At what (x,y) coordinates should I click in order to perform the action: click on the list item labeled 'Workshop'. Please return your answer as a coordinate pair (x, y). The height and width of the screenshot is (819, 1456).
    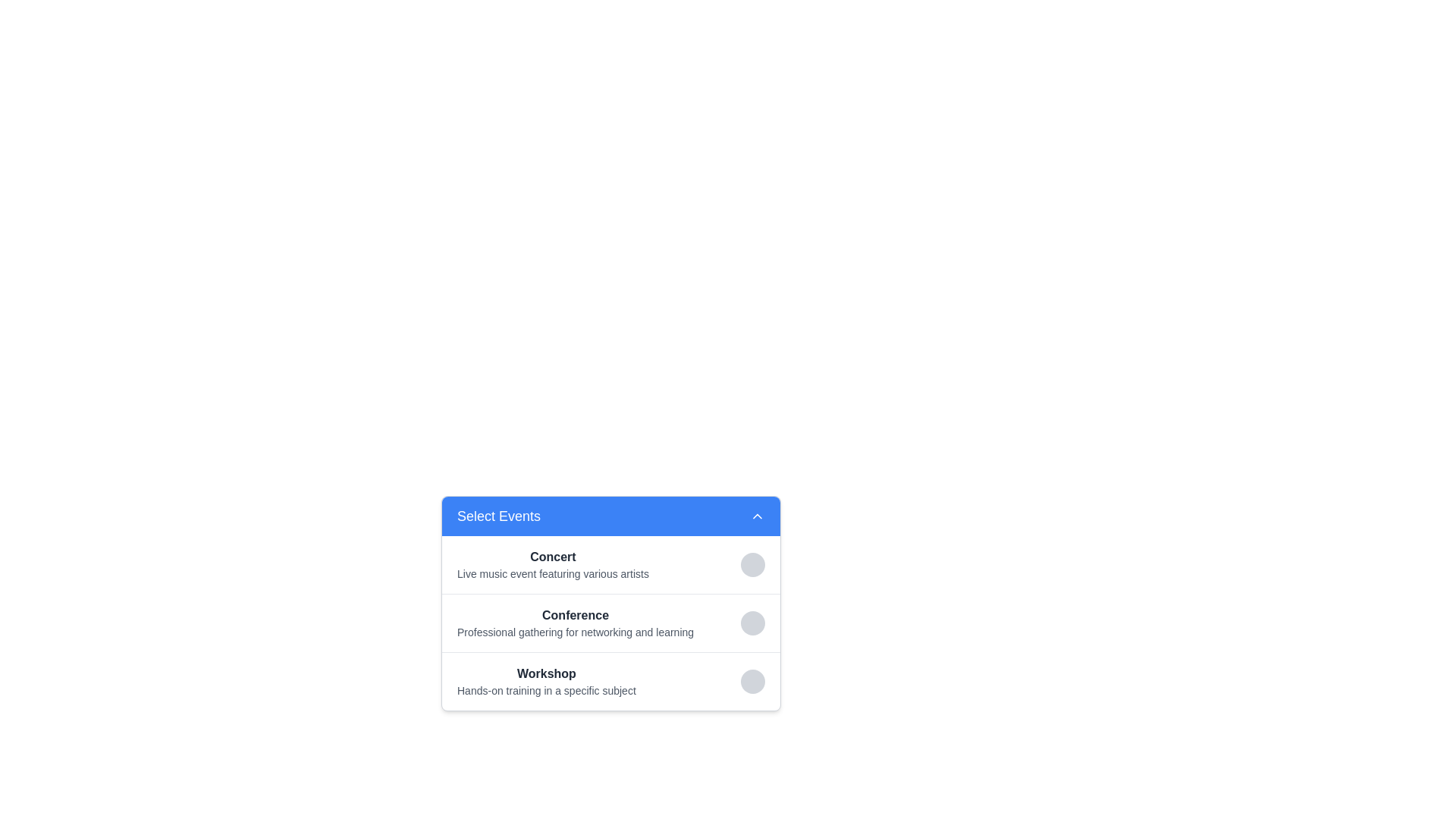
    Looking at the image, I should click on (611, 680).